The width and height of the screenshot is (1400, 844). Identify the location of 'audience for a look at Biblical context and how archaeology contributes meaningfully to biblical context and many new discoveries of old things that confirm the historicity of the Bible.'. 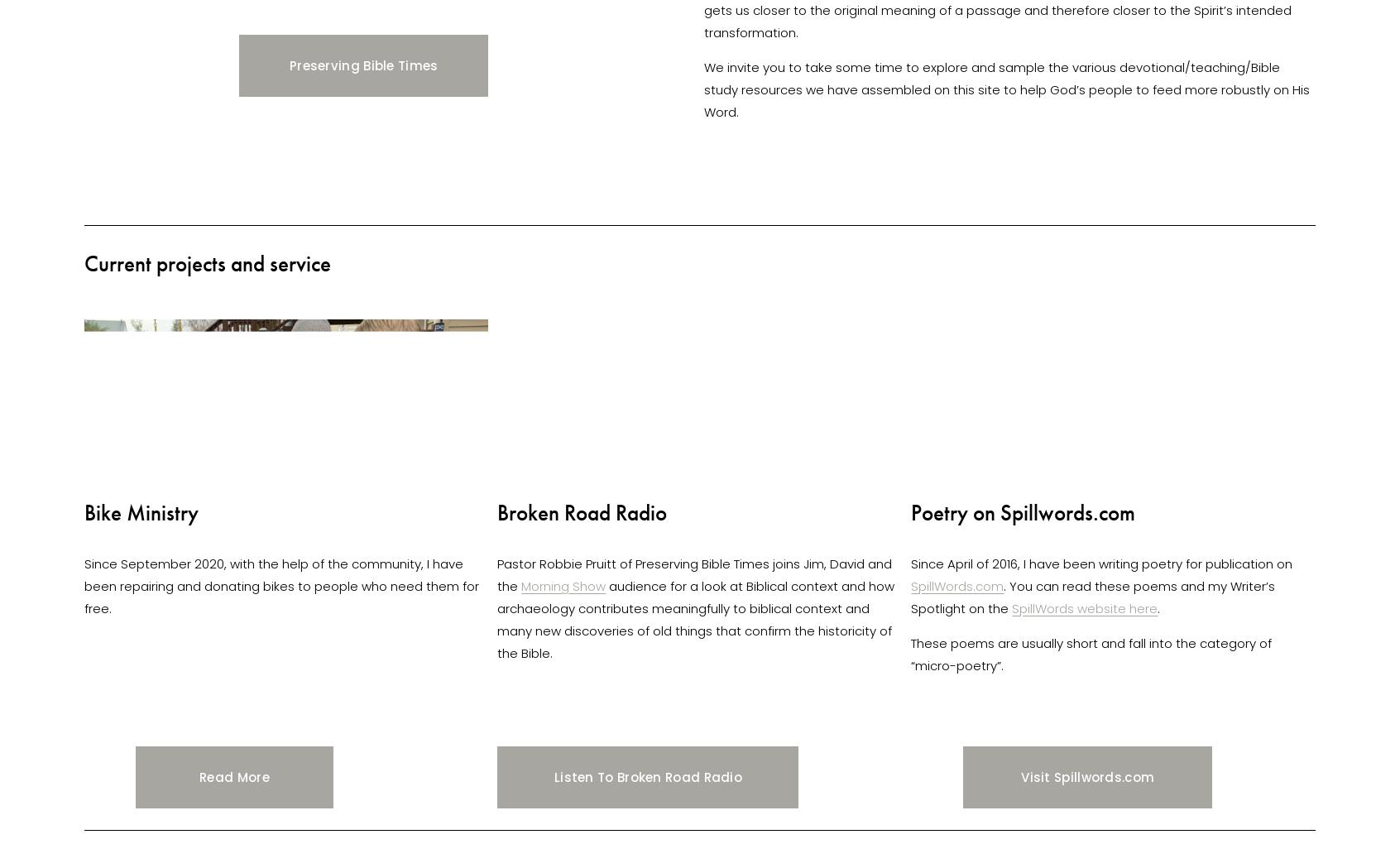
(496, 618).